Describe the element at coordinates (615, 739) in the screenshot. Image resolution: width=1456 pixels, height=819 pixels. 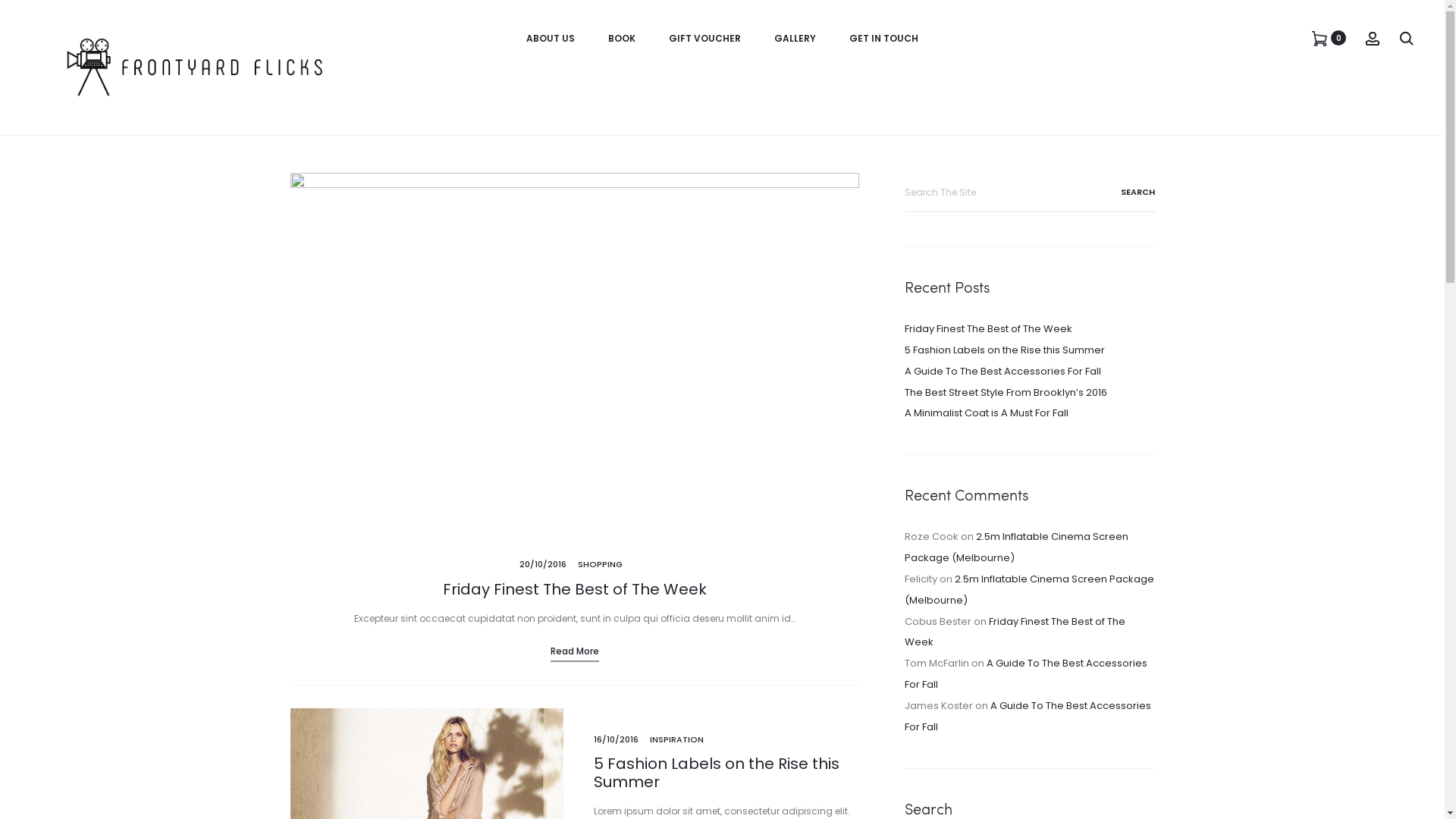
I see `'16/10/2016'` at that location.